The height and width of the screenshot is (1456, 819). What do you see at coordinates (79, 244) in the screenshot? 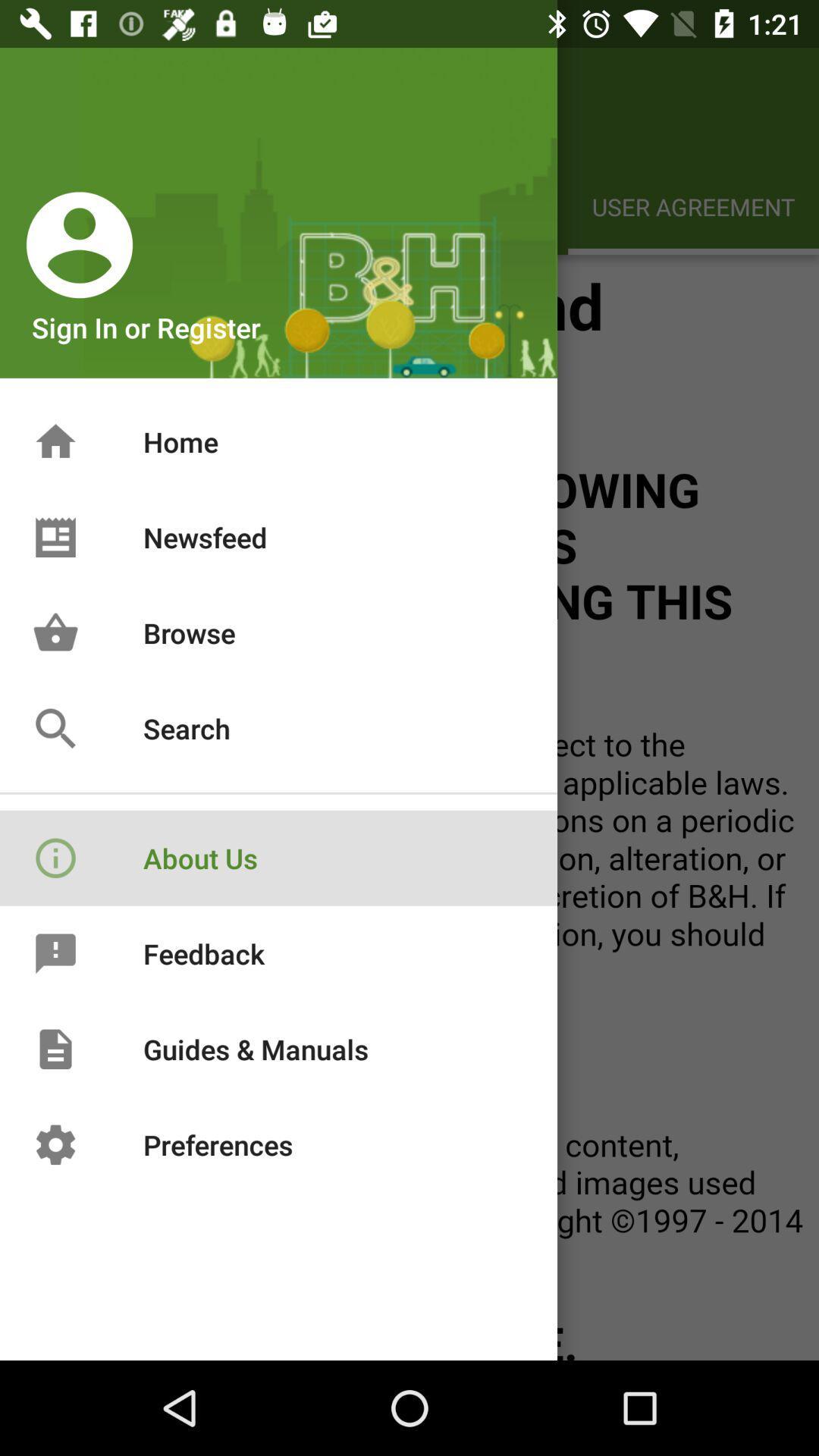
I see `user image` at bounding box center [79, 244].